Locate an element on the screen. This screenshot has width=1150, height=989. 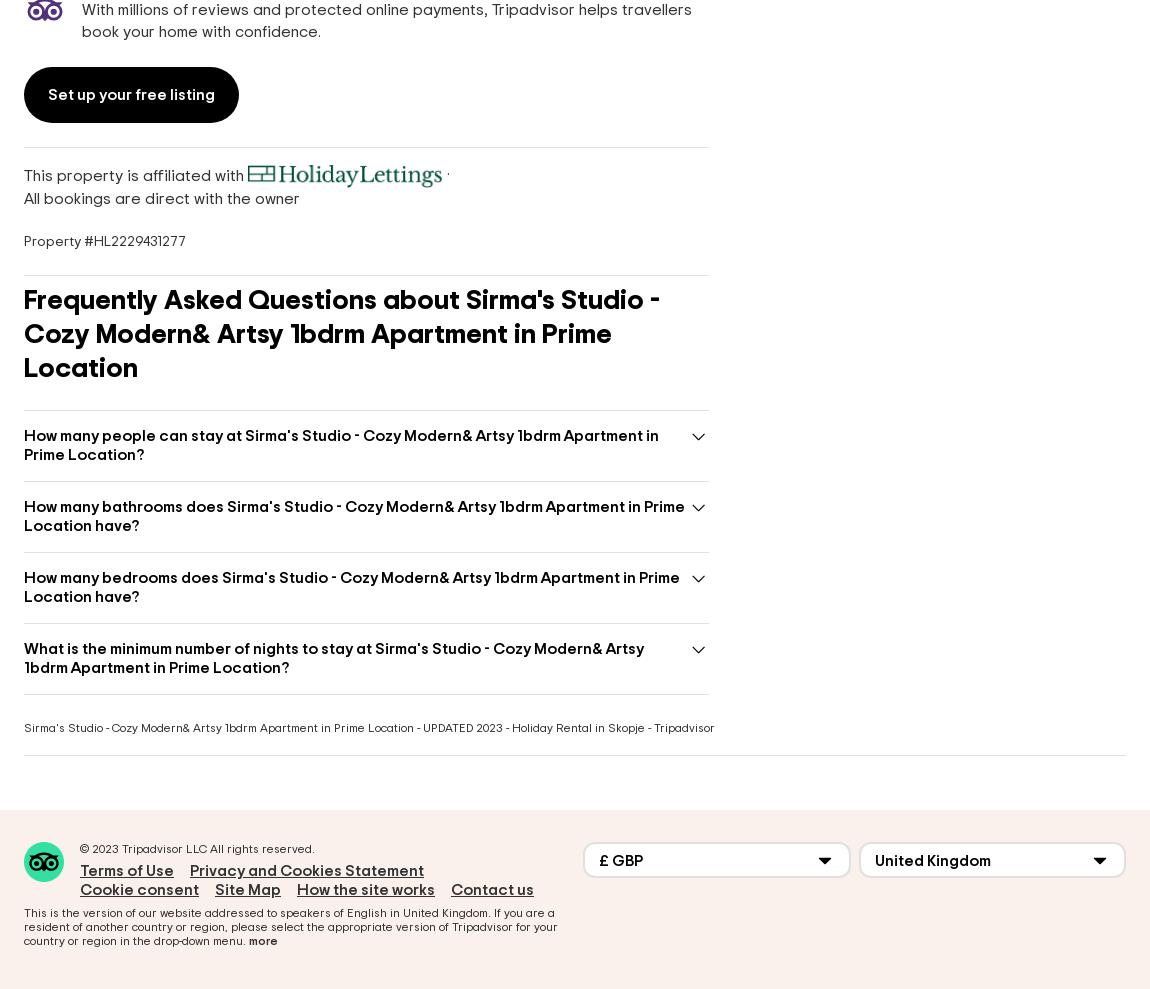
'£ GBP' is located at coordinates (620, 860).